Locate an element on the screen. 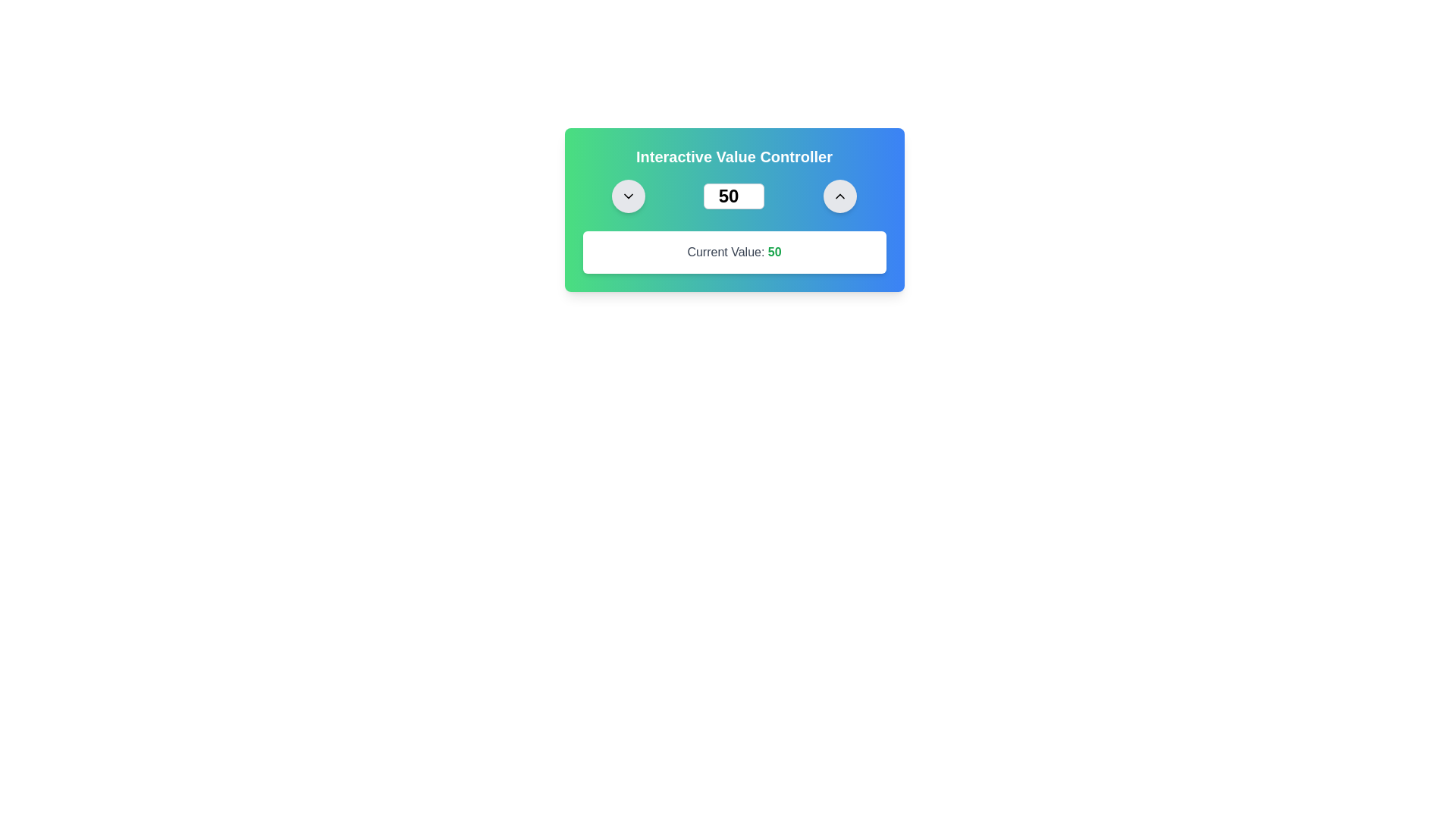  the centered text label reading 'Interactive Value Controller' that is bold and large on a gradient background is located at coordinates (734, 157).